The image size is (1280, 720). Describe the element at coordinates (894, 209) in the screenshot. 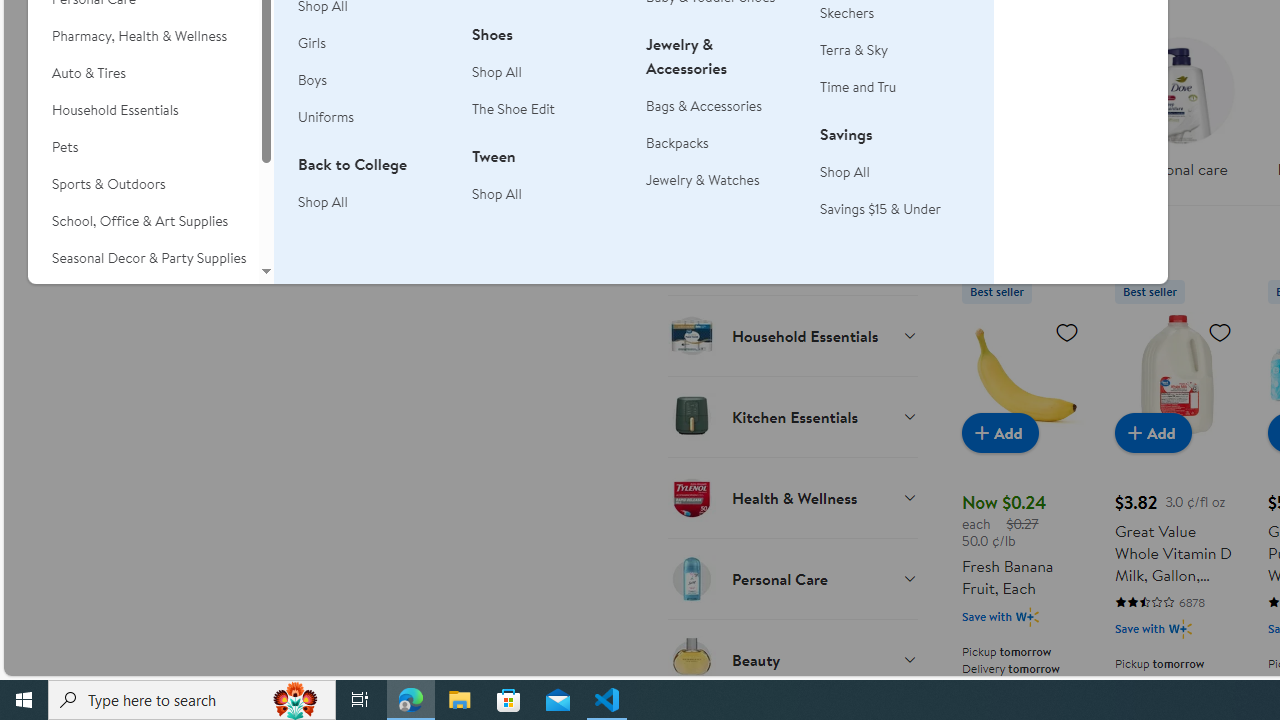

I see `'Savings $15 & Under'` at that location.